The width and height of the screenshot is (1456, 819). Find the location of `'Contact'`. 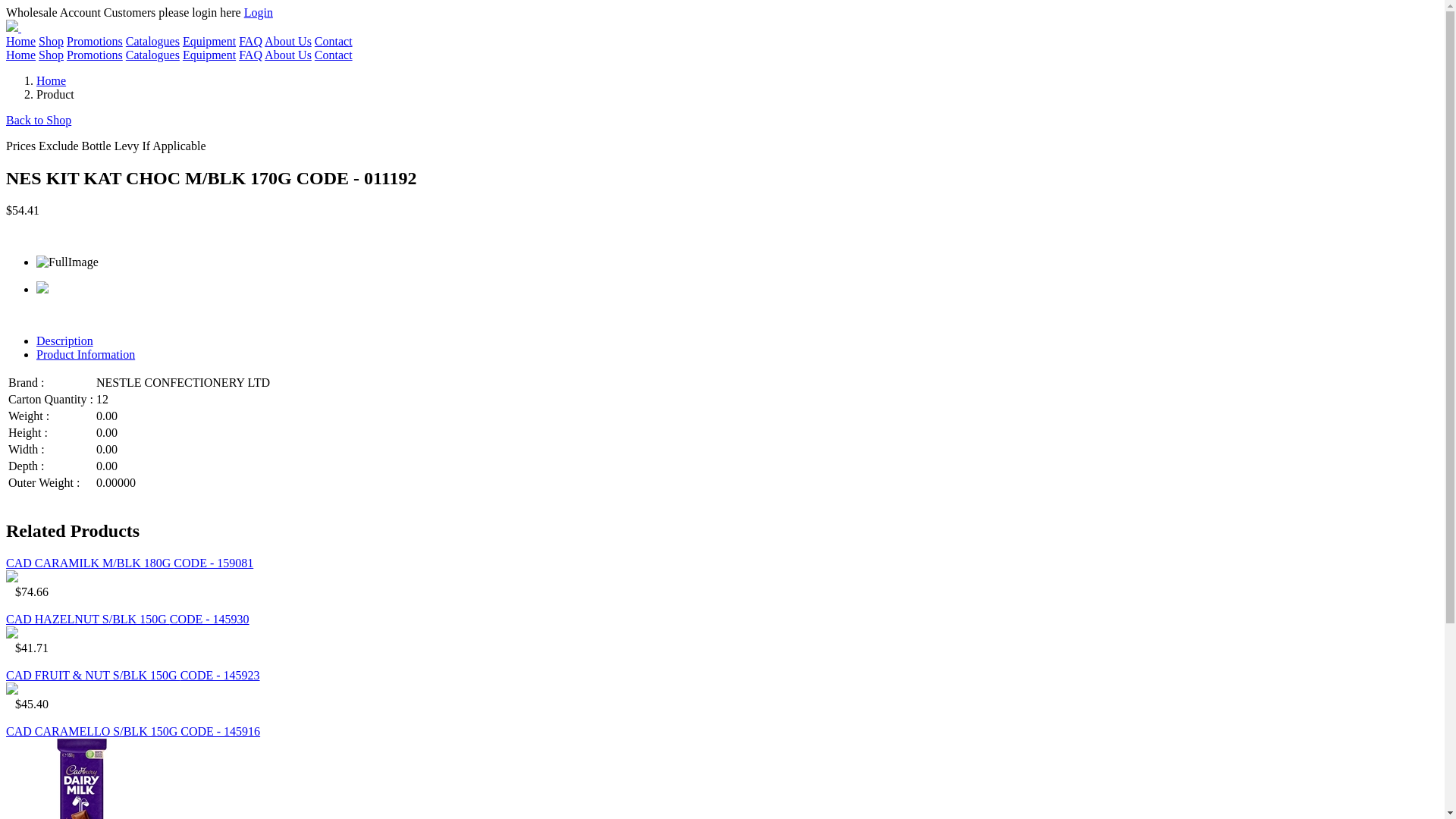

'Contact' is located at coordinates (313, 40).